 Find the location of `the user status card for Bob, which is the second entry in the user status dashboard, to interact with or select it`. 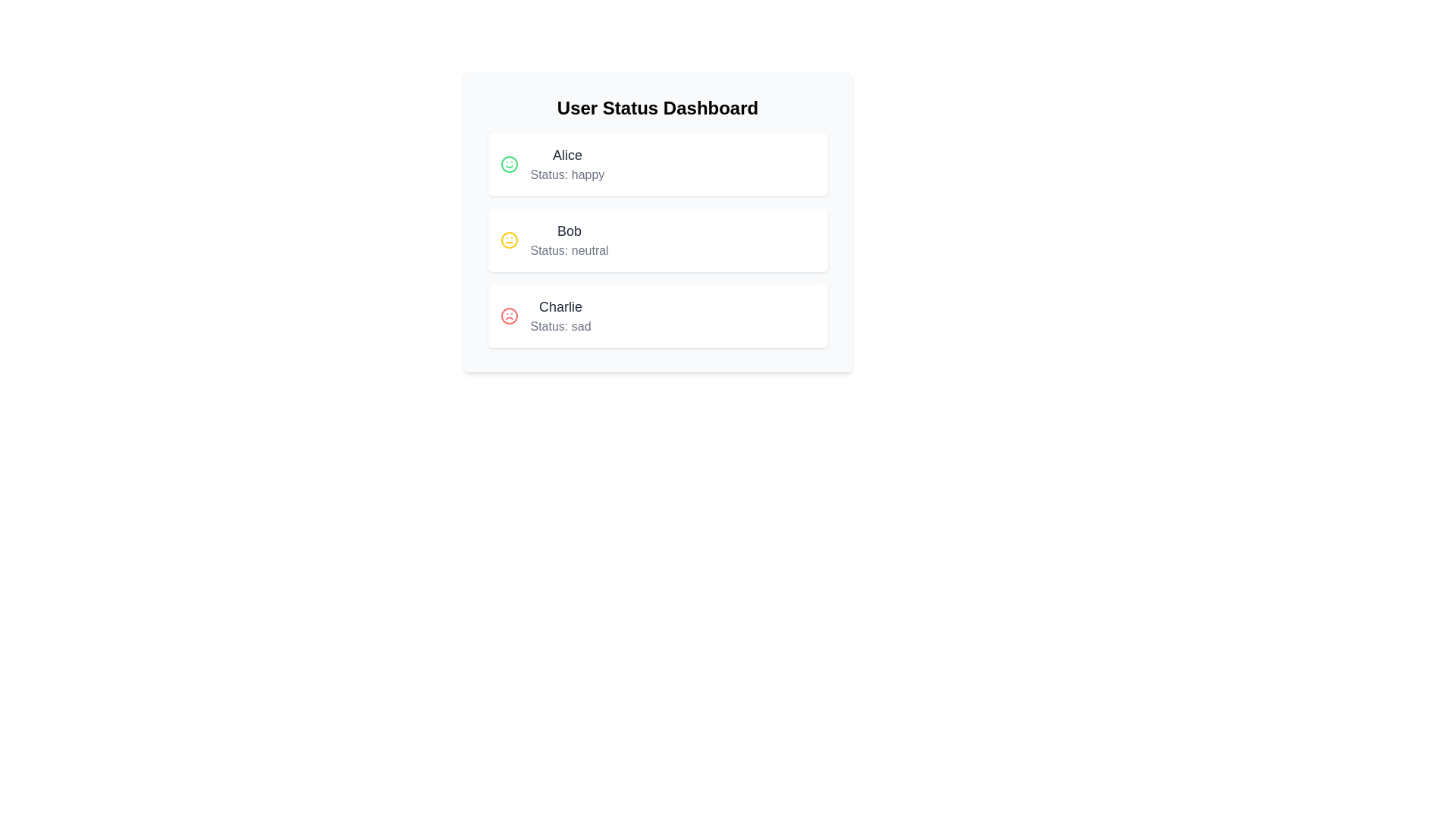

the user status card for Bob, which is the second entry in the user status dashboard, to interact with or select it is located at coordinates (657, 222).